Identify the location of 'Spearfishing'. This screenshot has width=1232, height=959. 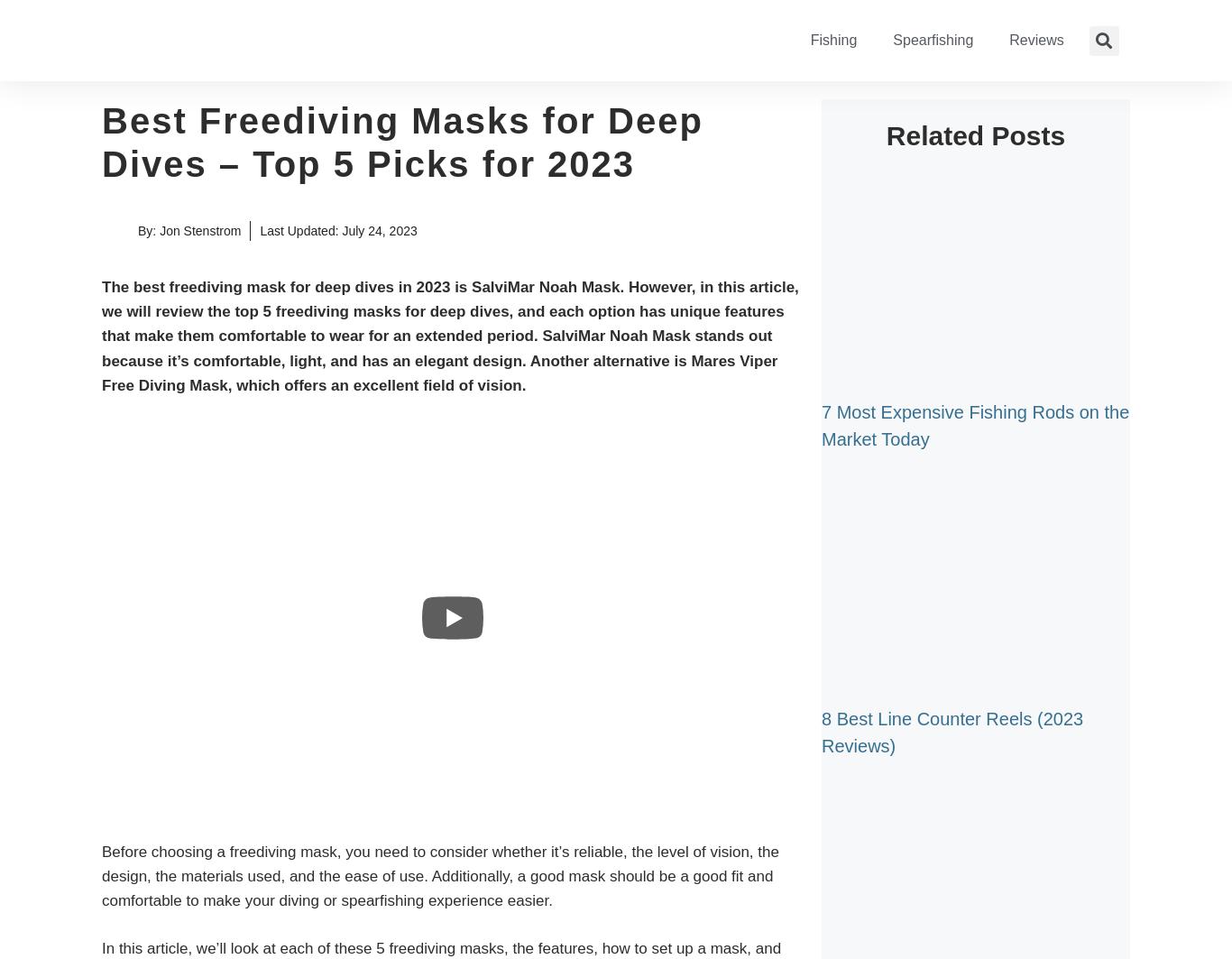
(932, 40).